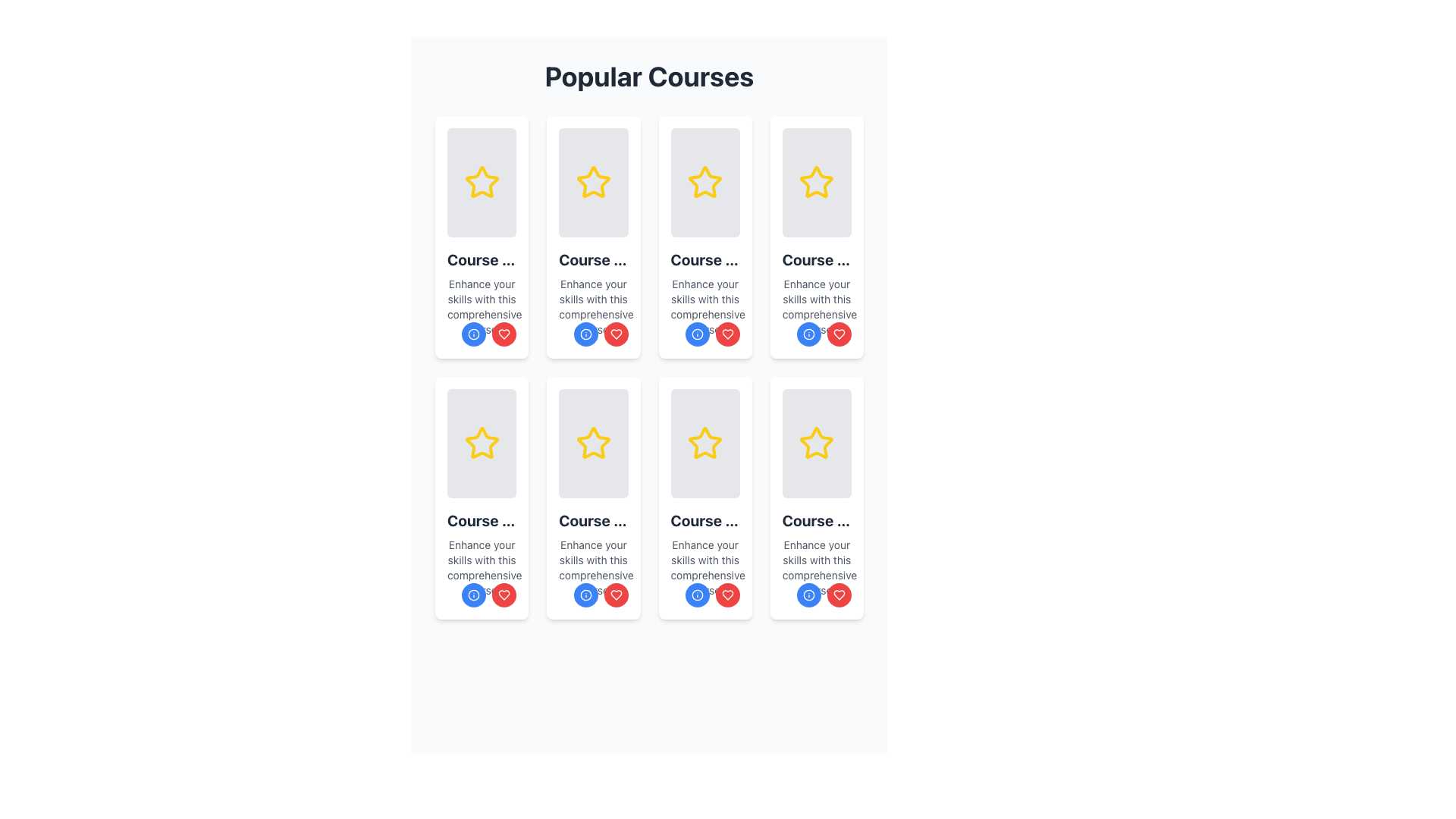 This screenshot has width=1456, height=819. I want to click on the heart-shaped icon, which is filled with red and located at the bottom of a course card, so click(616, 333).